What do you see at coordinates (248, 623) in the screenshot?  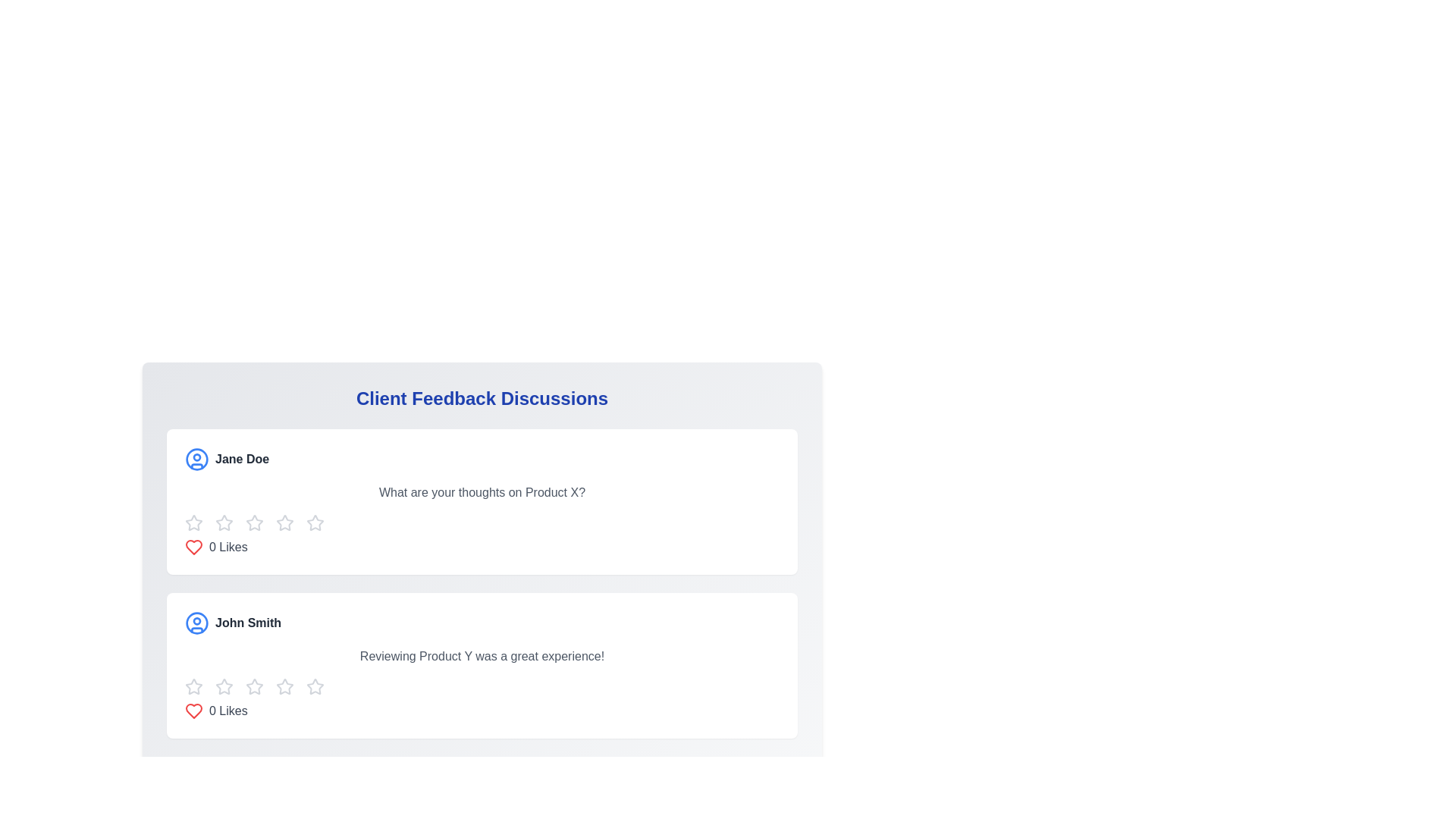 I see `the text label displaying 'John Smith', which is styled in bold and dark gray, located below the 'Jane Doe' section in the 'Client Feedback Discussions' panel` at bounding box center [248, 623].